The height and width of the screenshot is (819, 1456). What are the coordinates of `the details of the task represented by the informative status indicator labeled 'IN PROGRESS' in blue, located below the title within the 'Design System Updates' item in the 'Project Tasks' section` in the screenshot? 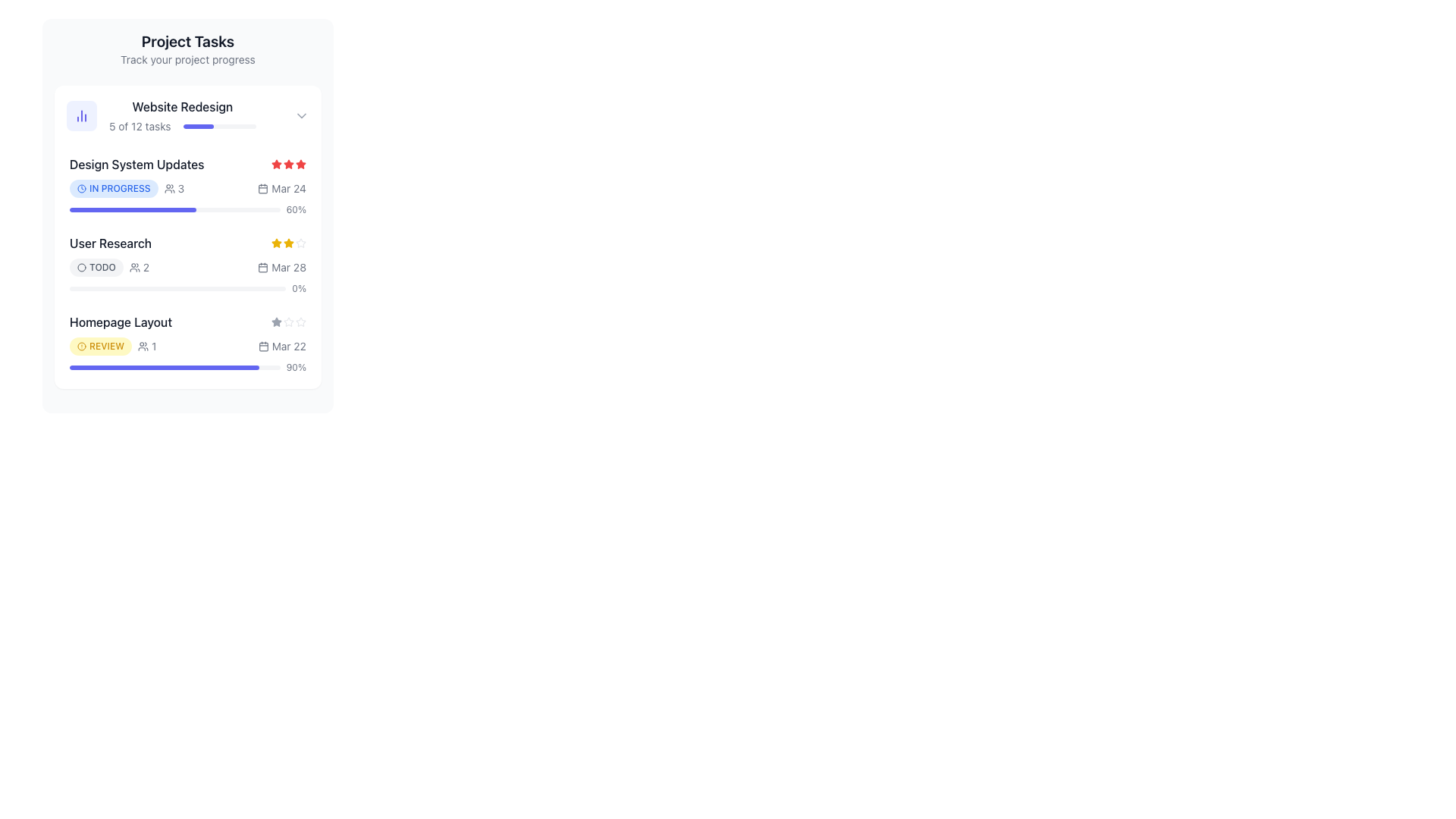 It's located at (187, 188).